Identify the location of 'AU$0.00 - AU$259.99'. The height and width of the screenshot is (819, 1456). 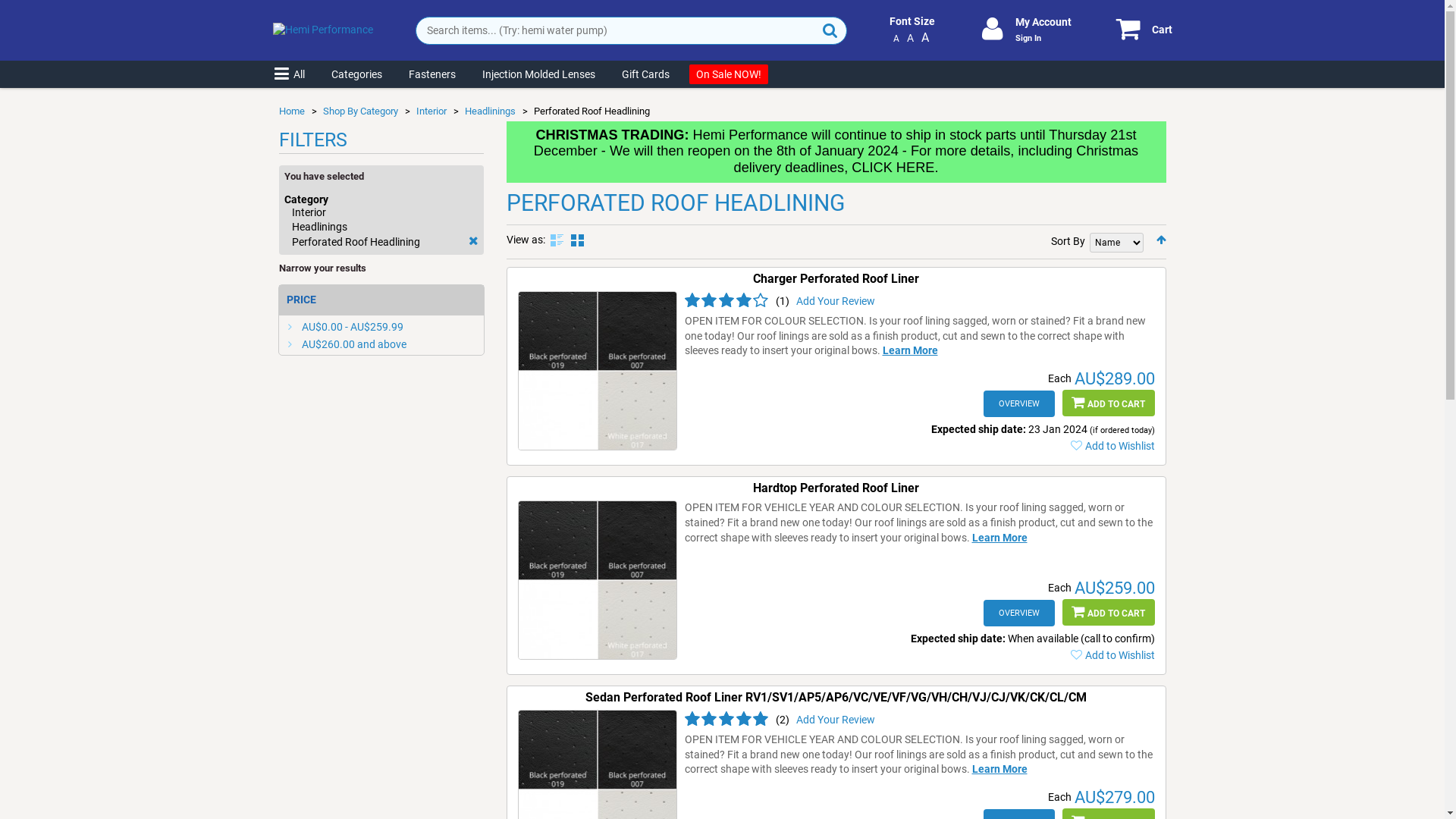
(352, 326).